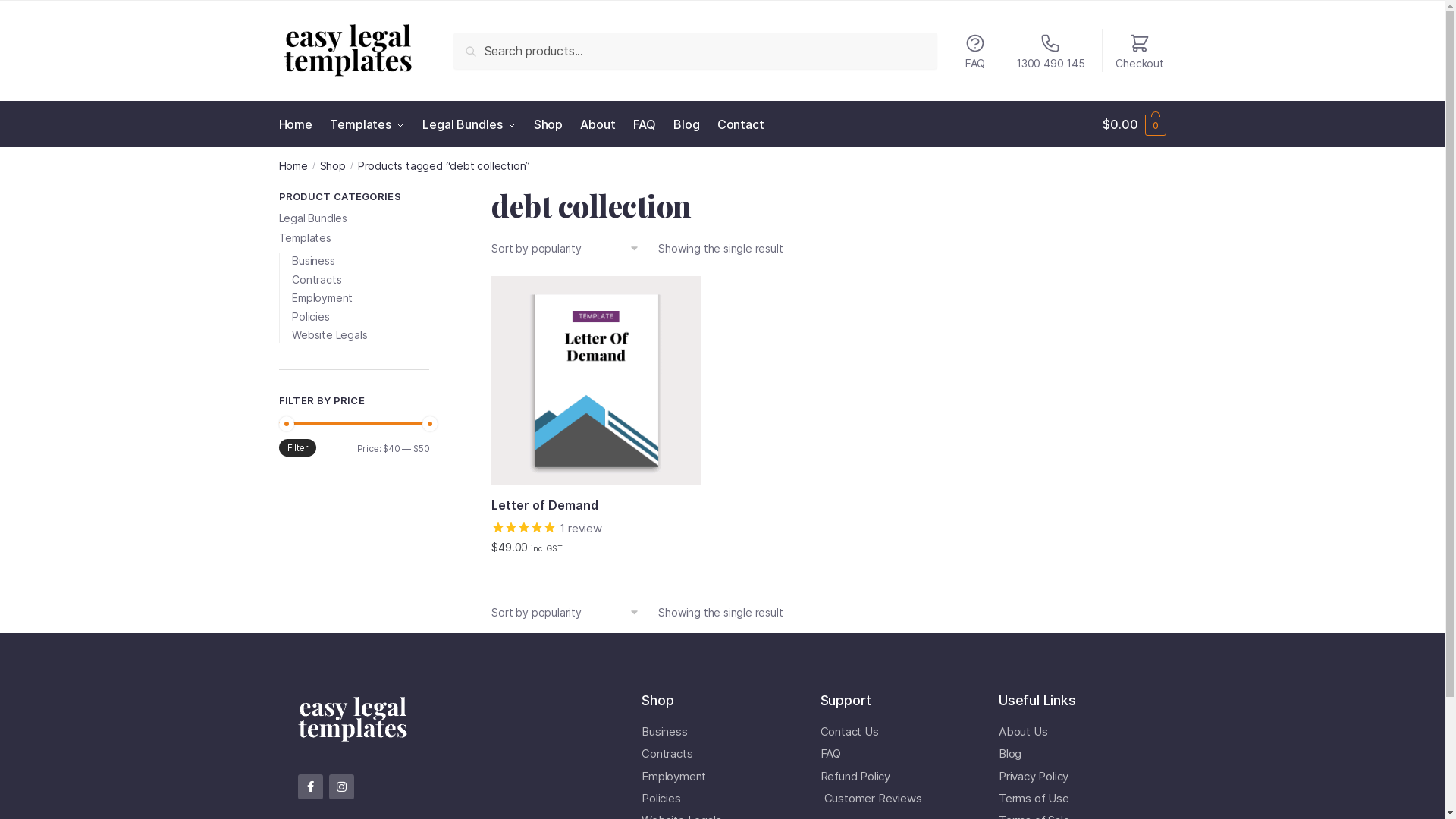 This screenshot has width=1456, height=819. Describe the element at coordinates (1134, 124) in the screenshot. I see `'$0.00 0'` at that location.